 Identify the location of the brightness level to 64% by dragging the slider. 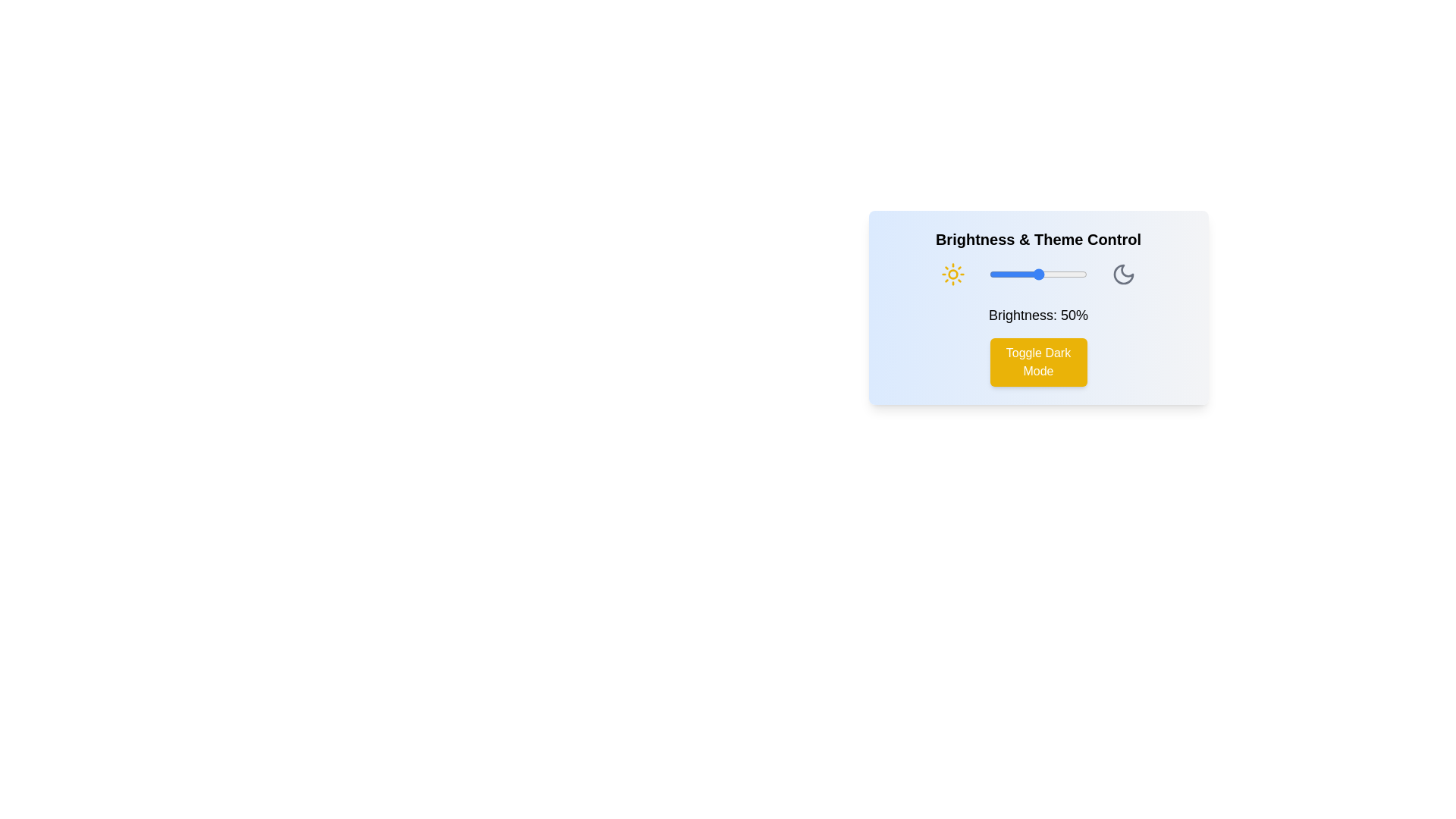
(1051, 275).